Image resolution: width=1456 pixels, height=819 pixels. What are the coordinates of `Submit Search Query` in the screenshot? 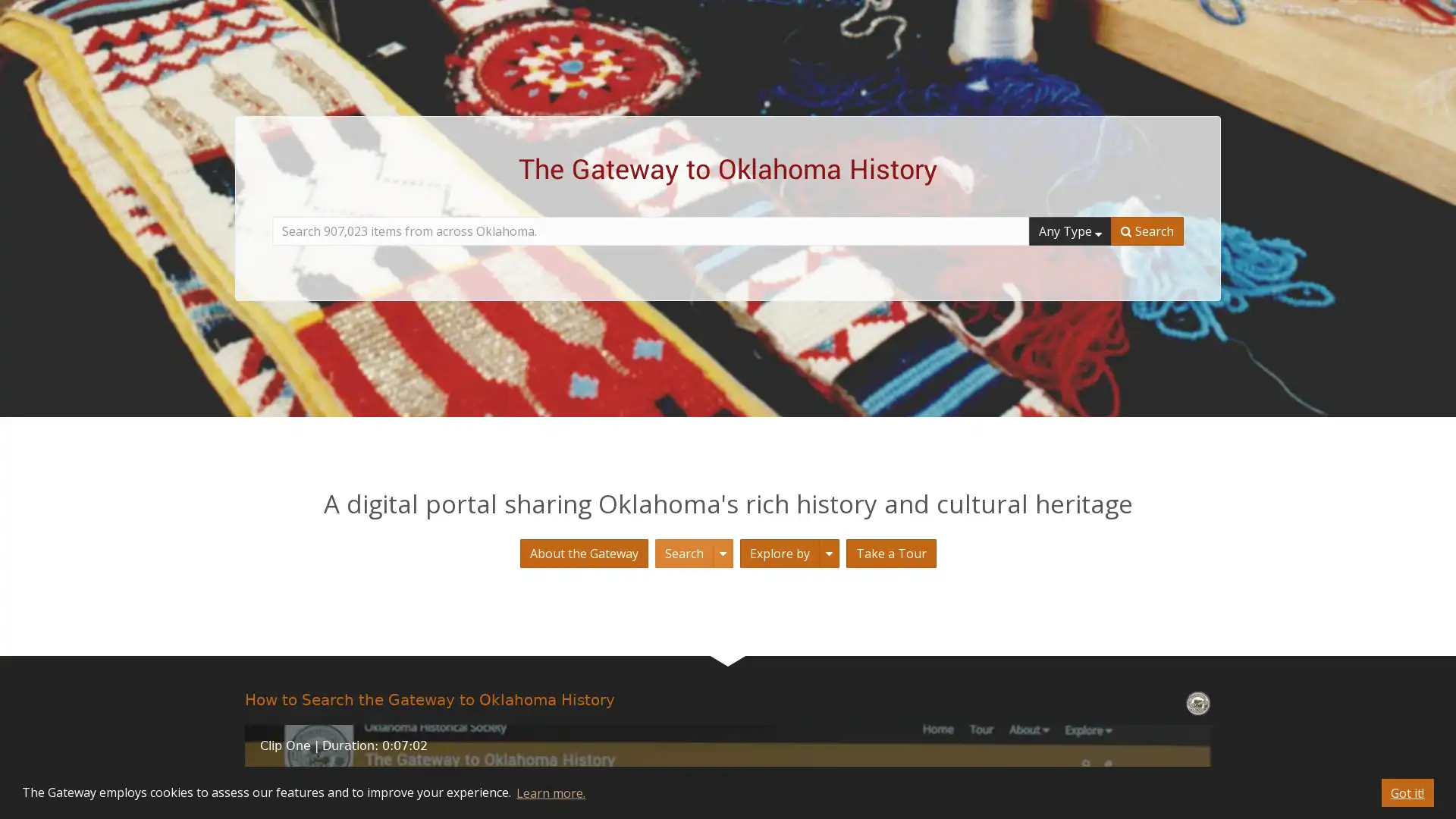 It's located at (1147, 231).